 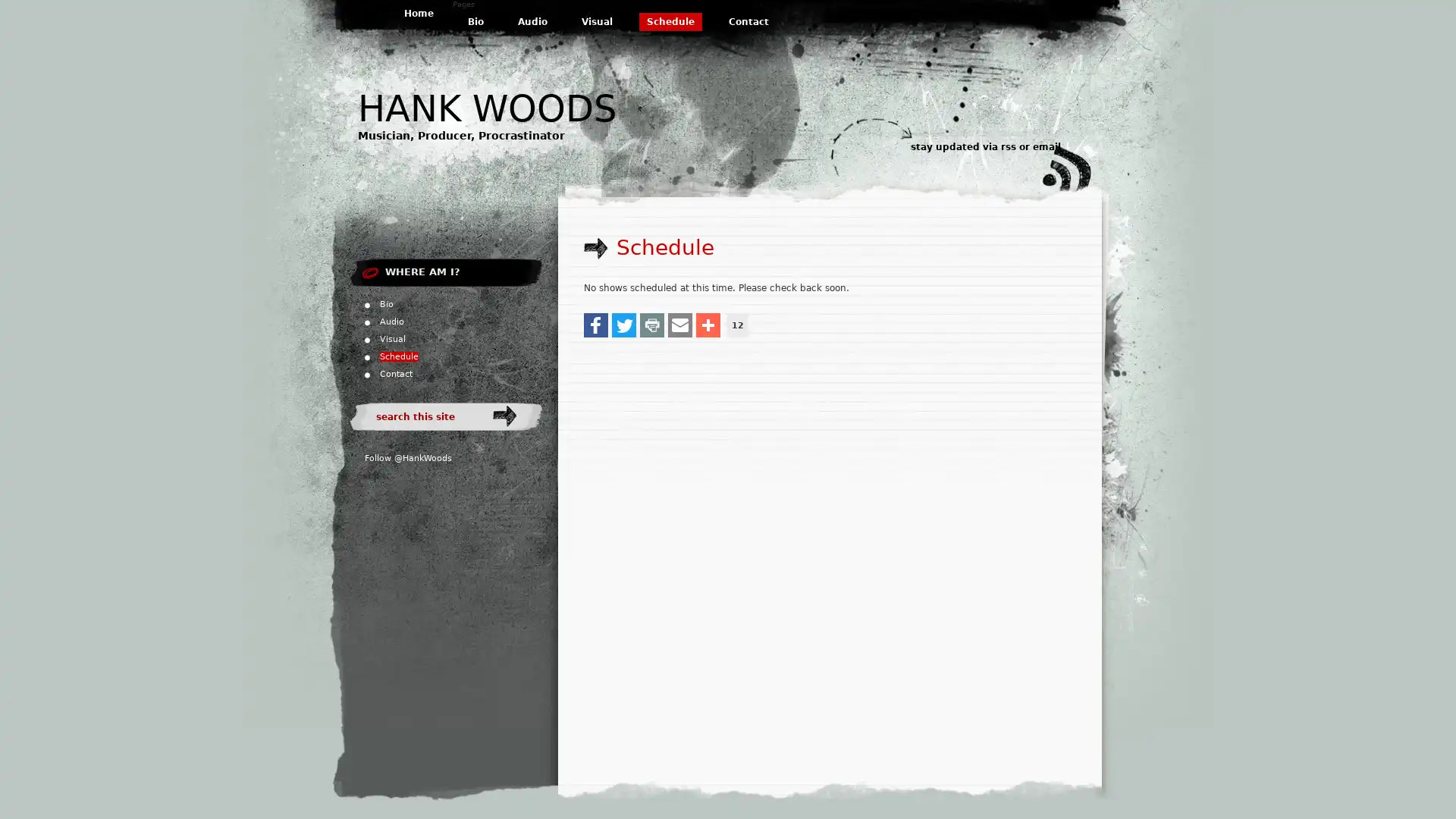 I want to click on Share to Facebook, so click(x=595, y=324).